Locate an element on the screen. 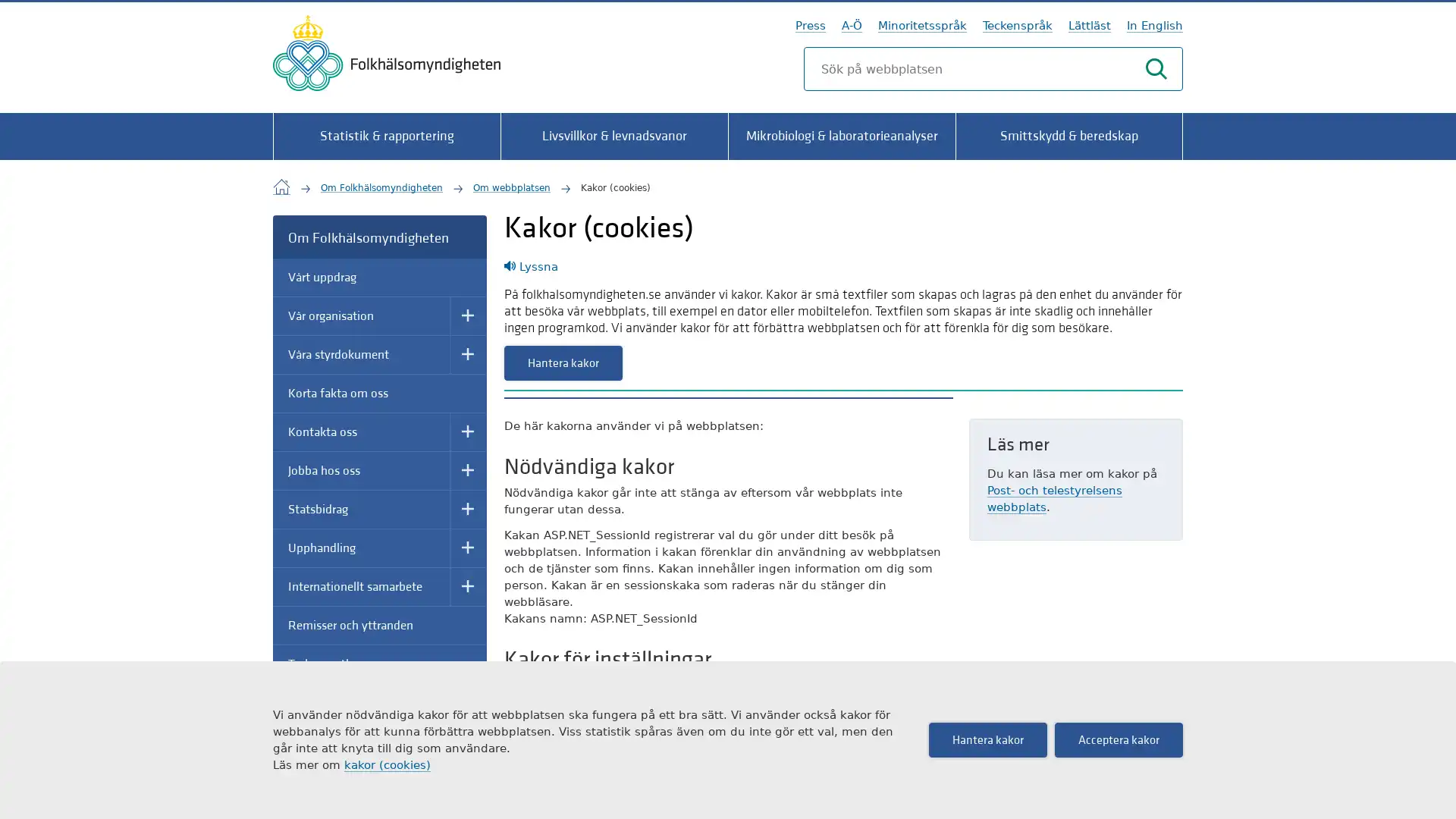 The height and width of the screenshot is (819, 1456). Hantera kakor is located at coordinates (562, 362).